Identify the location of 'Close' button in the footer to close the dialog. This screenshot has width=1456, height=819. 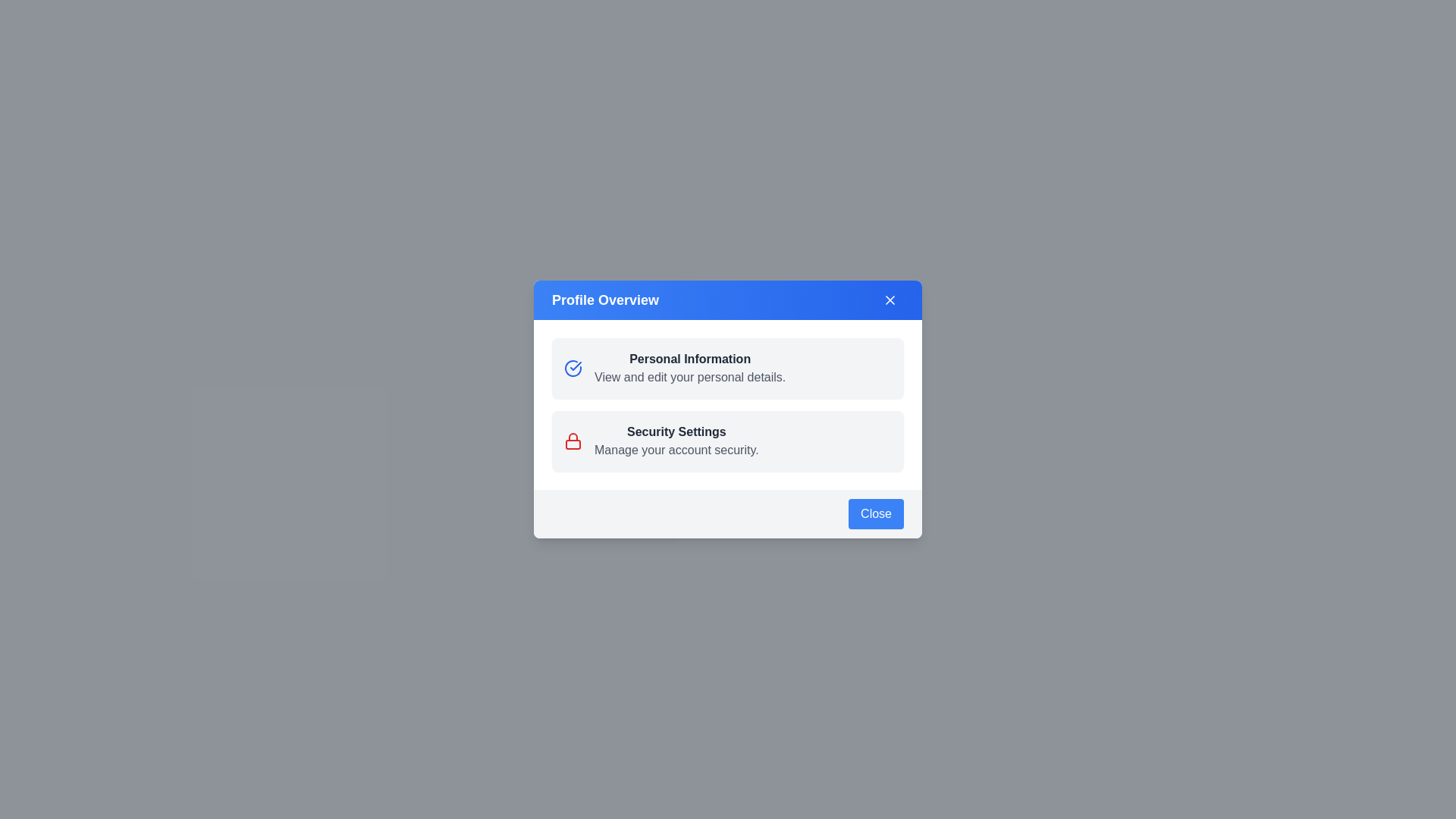
(876, 513).